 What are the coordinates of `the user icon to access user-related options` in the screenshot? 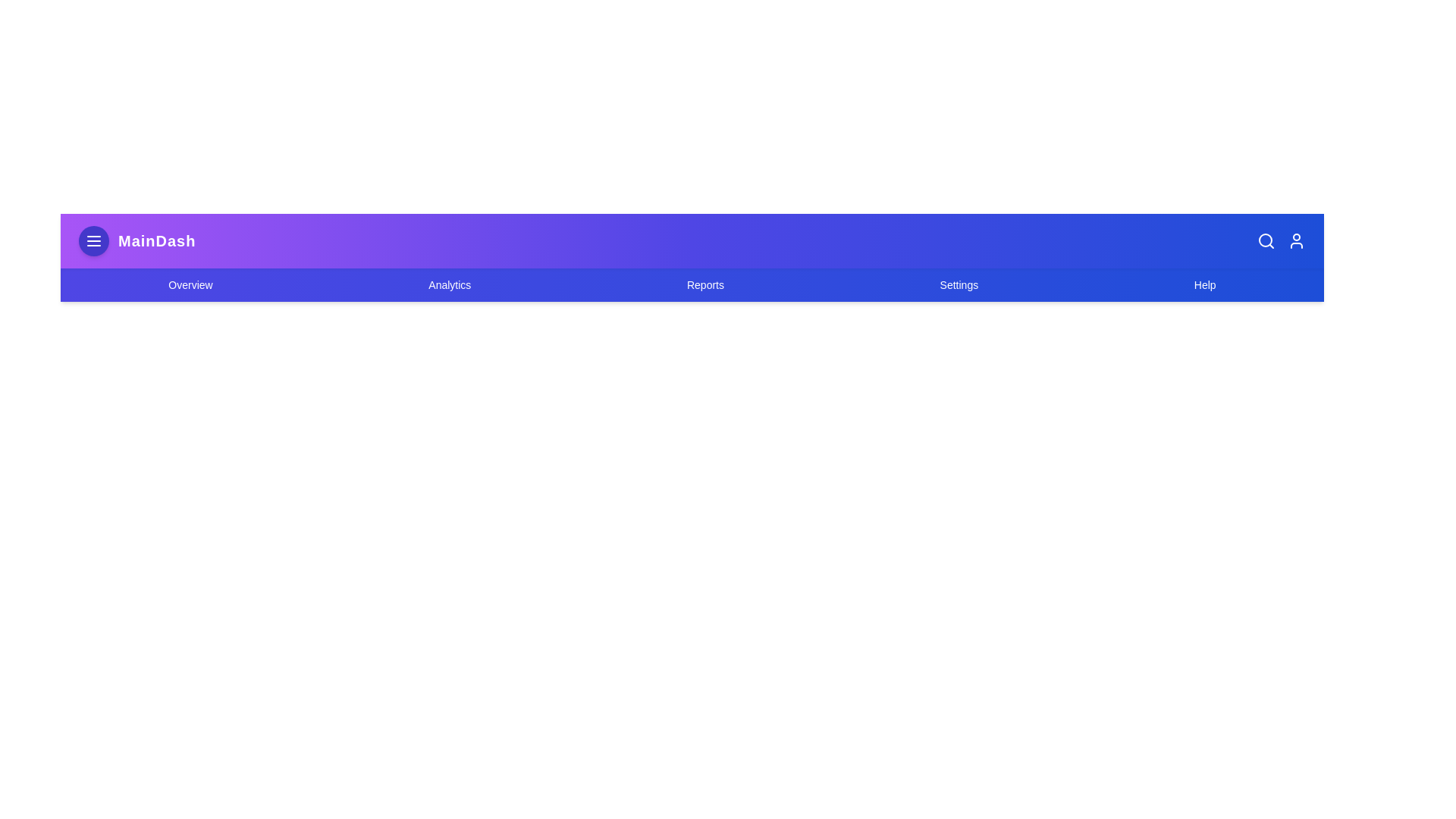 It's located at (1295, 240).